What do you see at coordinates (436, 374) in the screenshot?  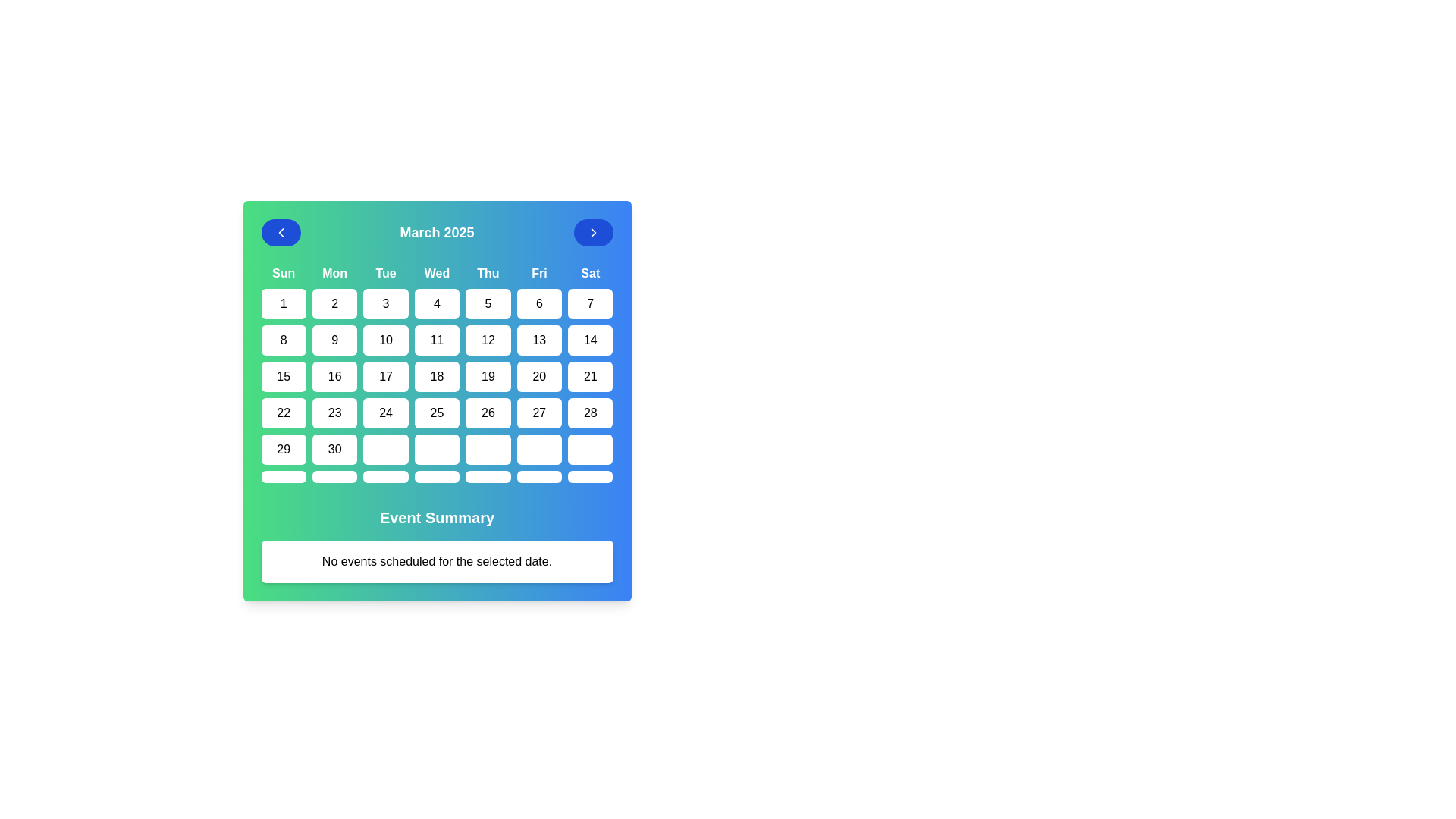 I see `a specific date cell in the Calendar Grid displayed for March 2025, located below the title and above the Event Summary section` at bounding box center [436, 374].